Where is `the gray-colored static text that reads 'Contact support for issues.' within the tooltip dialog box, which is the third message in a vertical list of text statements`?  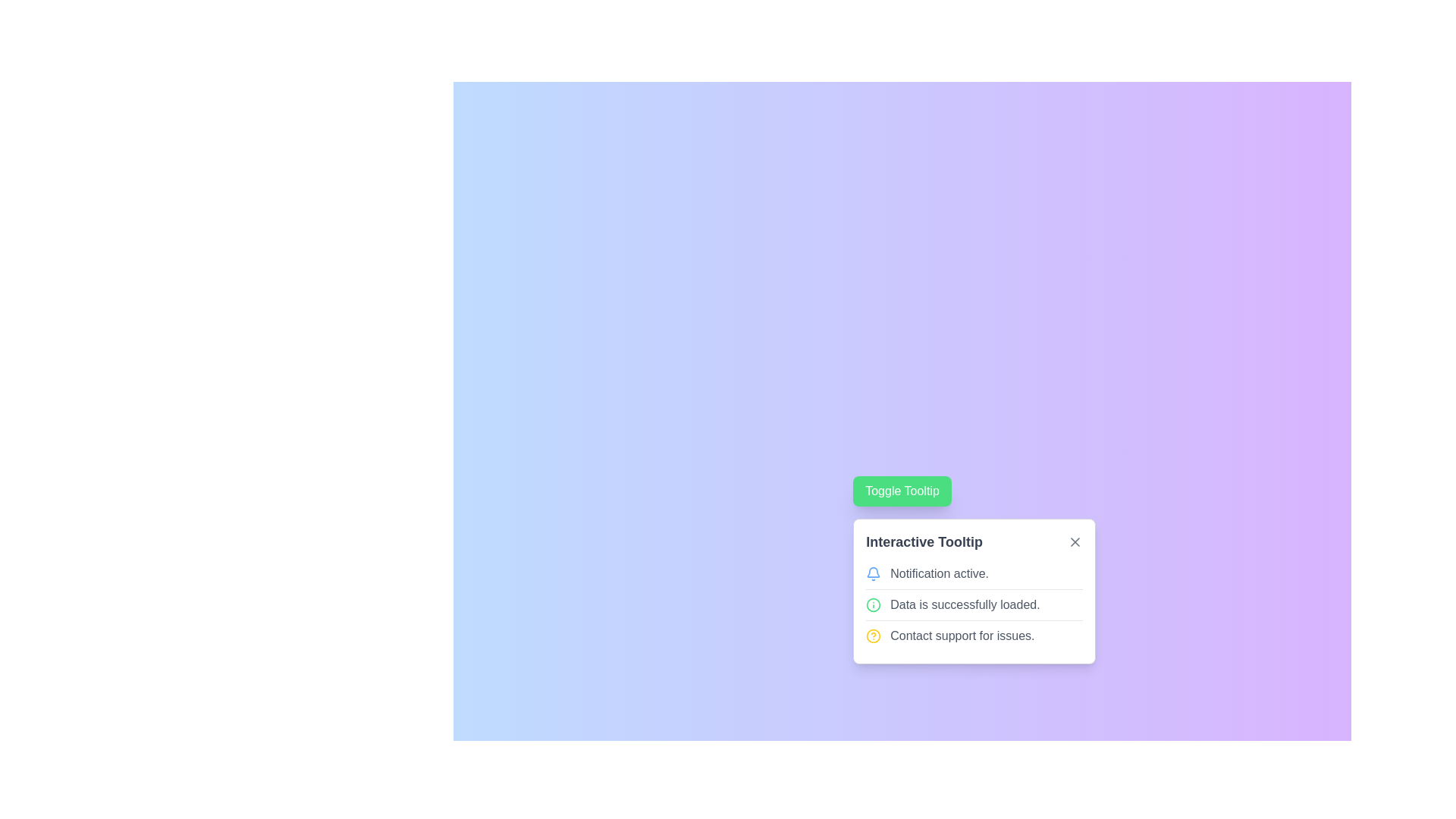 the gray-colored static text that reads 'Contact support for issues.' within the tooltip dialog box, which is the third message in a vertical list of text statements is located at coordinates (962, 636).